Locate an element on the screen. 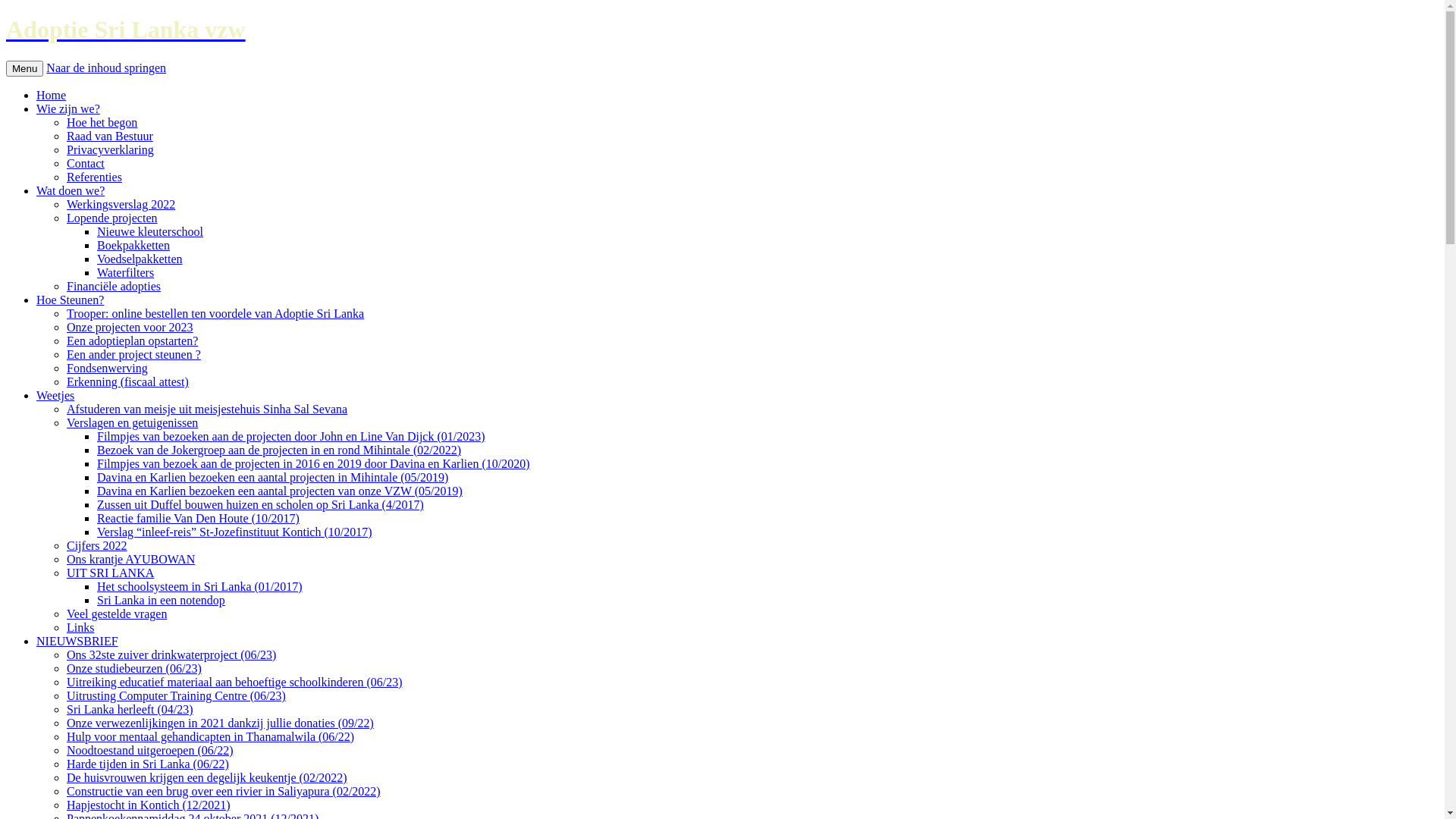 Image resolution: width=1456 pixels, height=819 pixels. 'Wie zijn we?' is located at coordinates (67, 108).